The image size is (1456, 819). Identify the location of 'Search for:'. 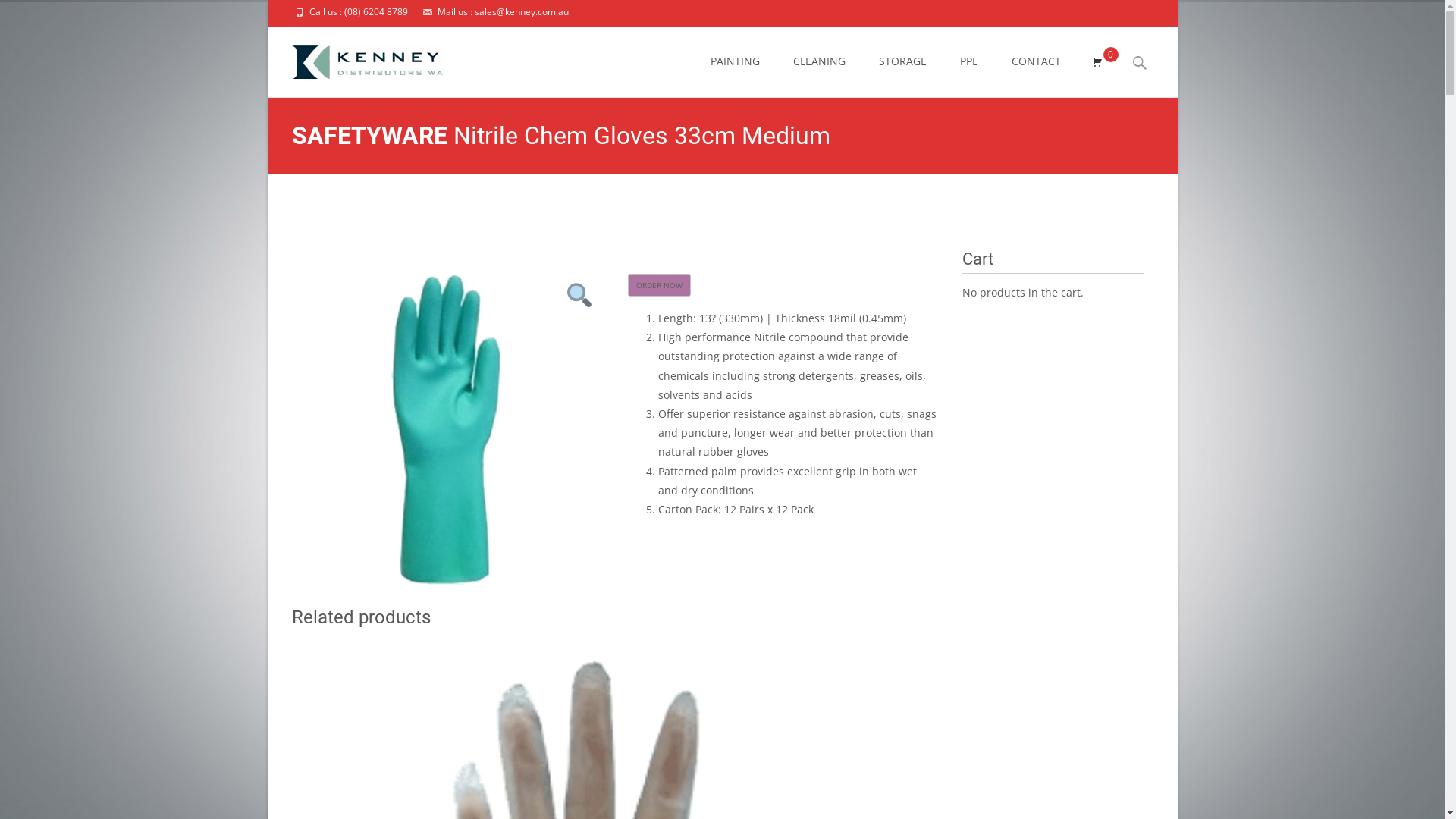
(1139, 62).